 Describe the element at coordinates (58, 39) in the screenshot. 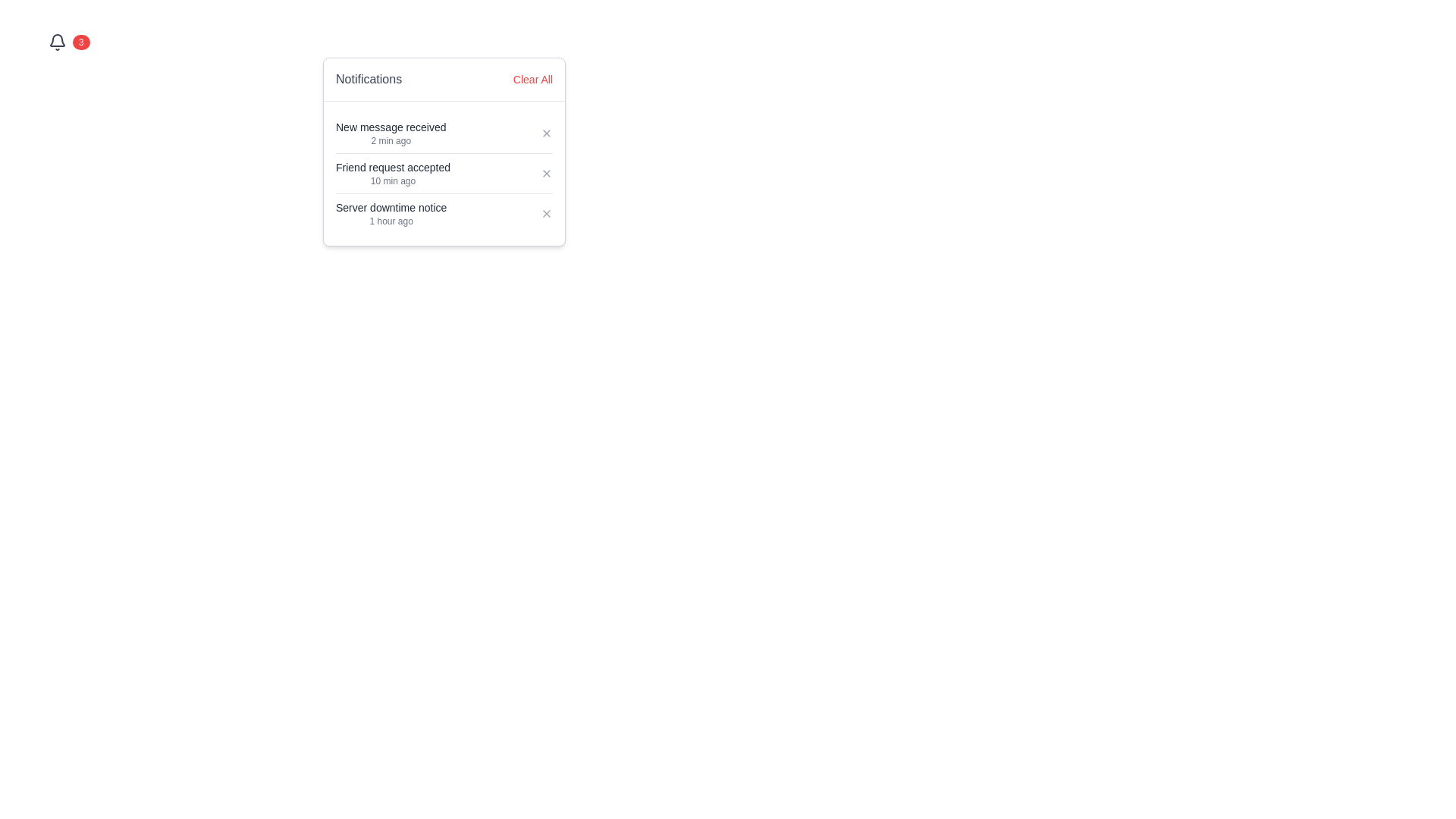

I see `the bell icon located in the upper left corner of the interface, which consists of a curved line depicting the bell's body outline` at that location.